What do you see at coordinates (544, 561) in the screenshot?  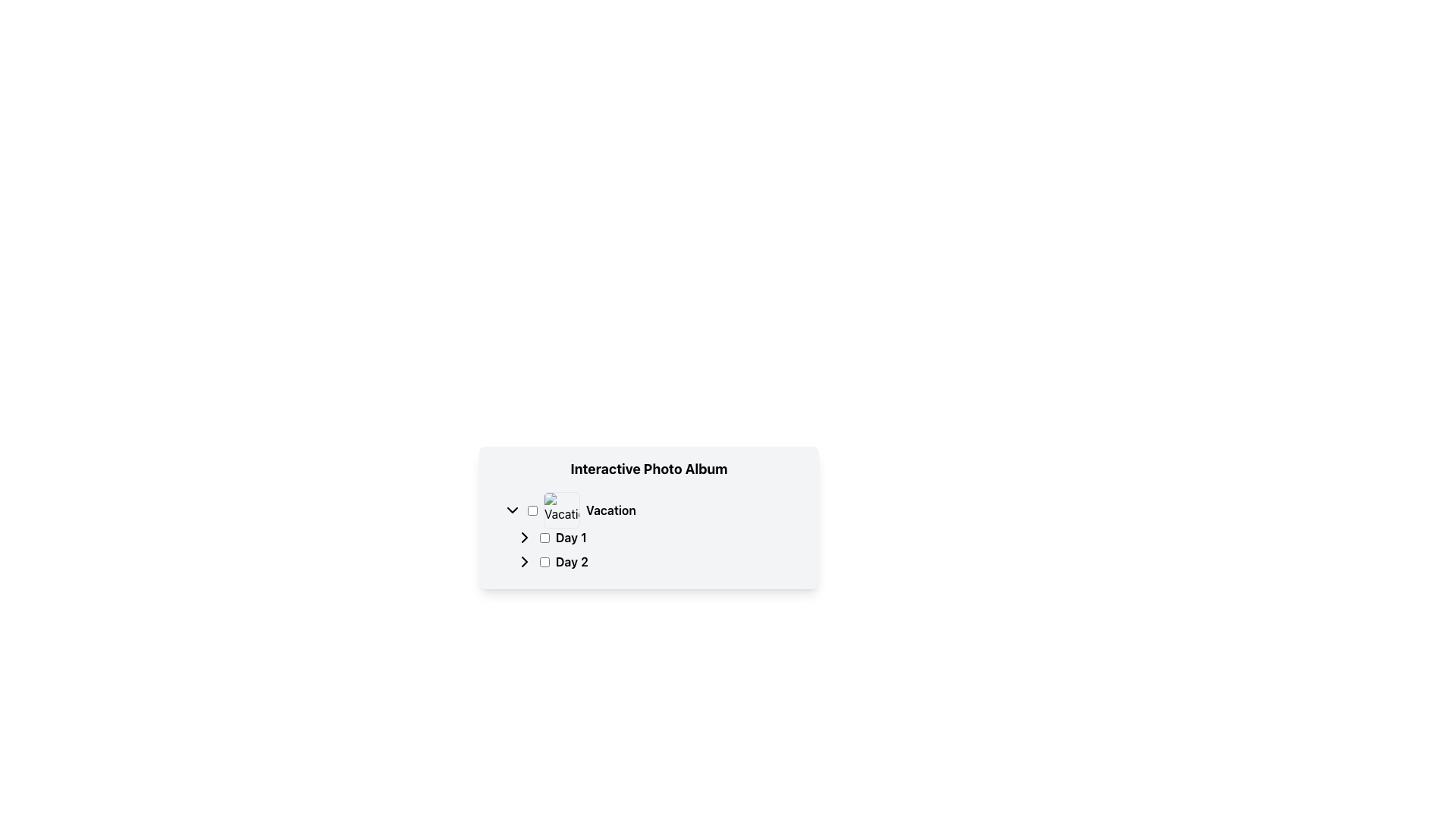 I see `the small square checkbox adjacent to the label 'Day 2'` at bounding box center [544, 561].